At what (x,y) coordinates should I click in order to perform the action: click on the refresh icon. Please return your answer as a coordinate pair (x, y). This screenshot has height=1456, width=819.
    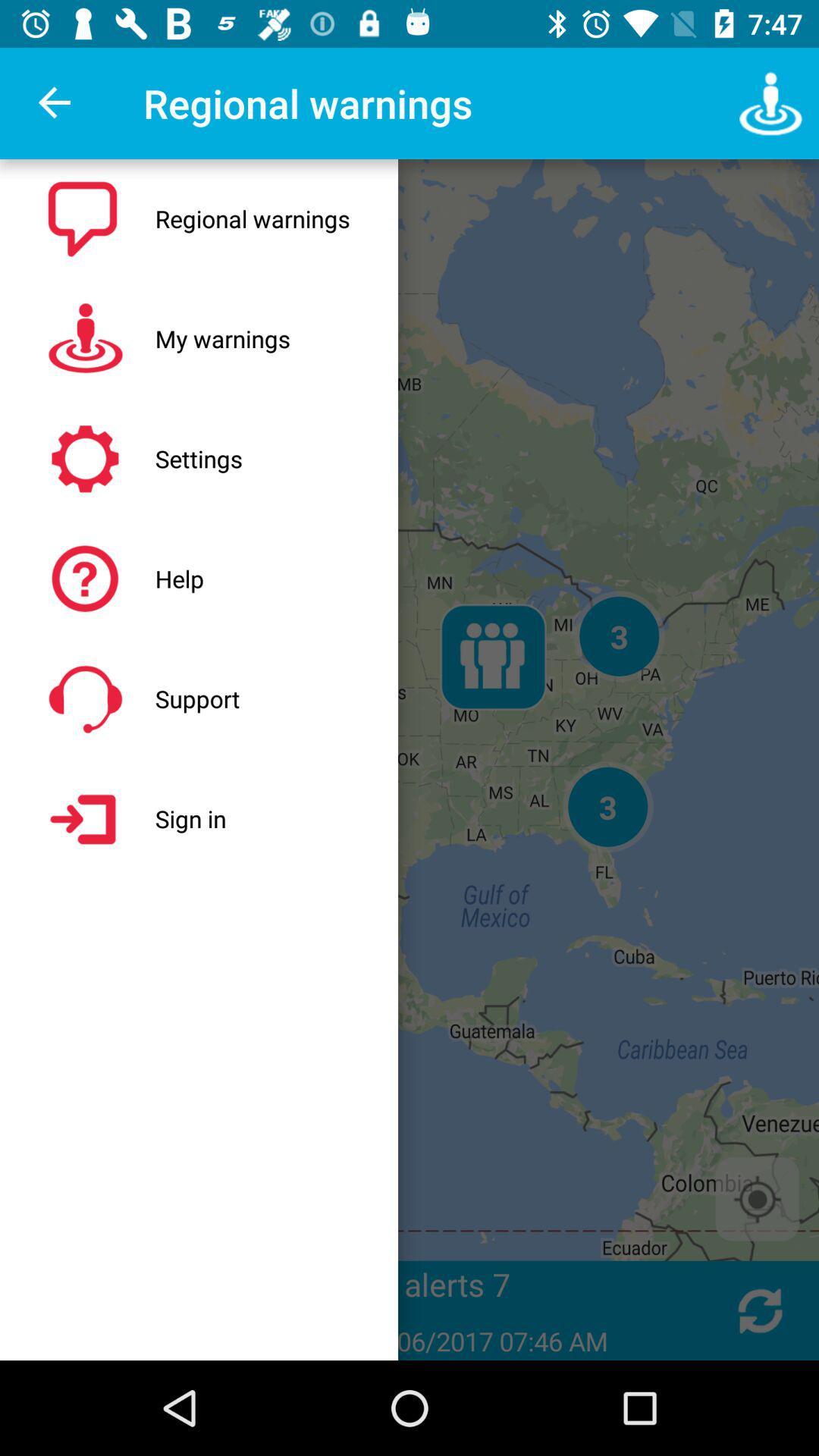
    Looking at the image, I should click on (760, 1310).